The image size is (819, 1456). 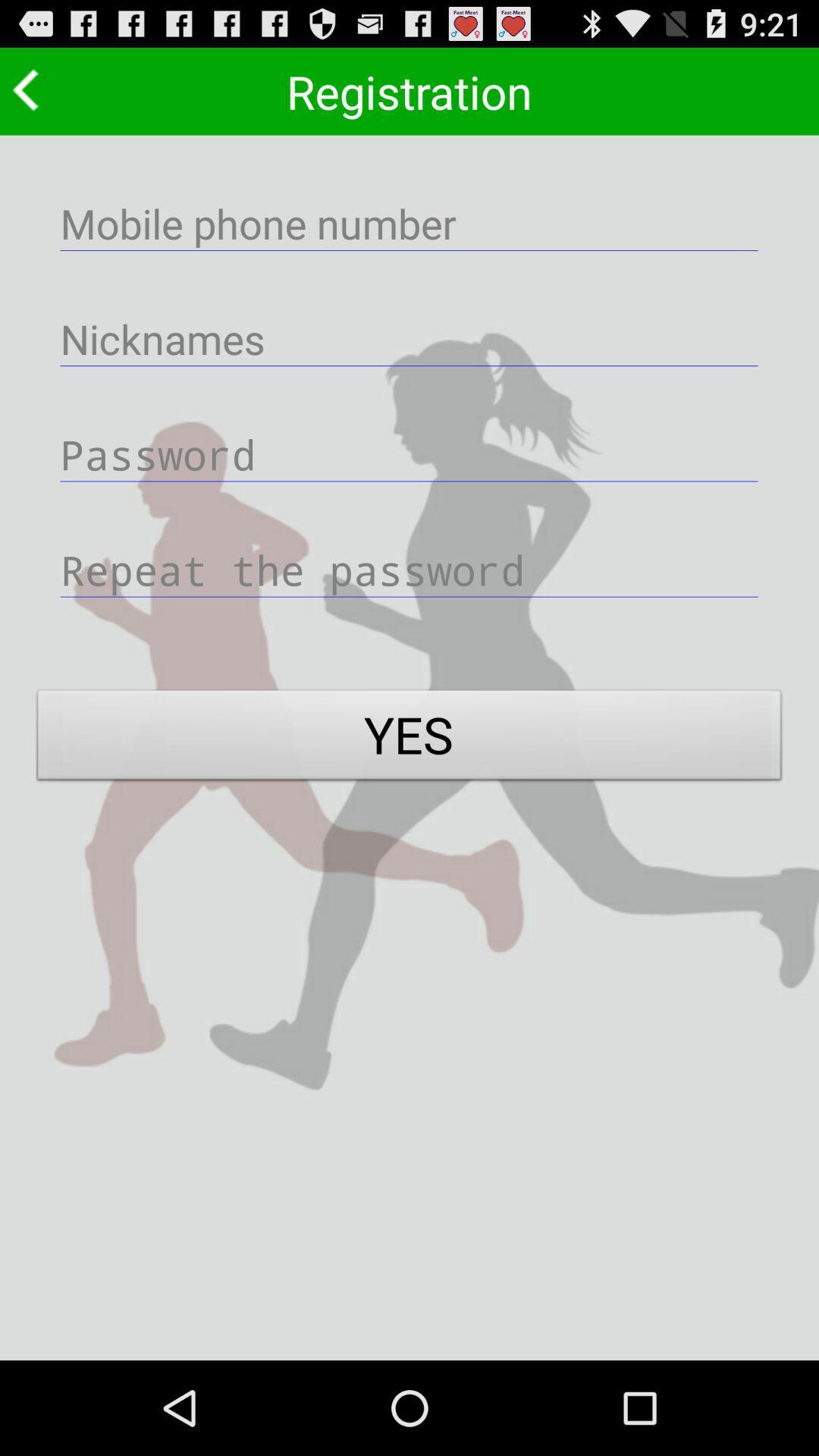 What do you see at coordinates (409, 453) in the screenshot?
I see `password` at bounding box center [409, 453].